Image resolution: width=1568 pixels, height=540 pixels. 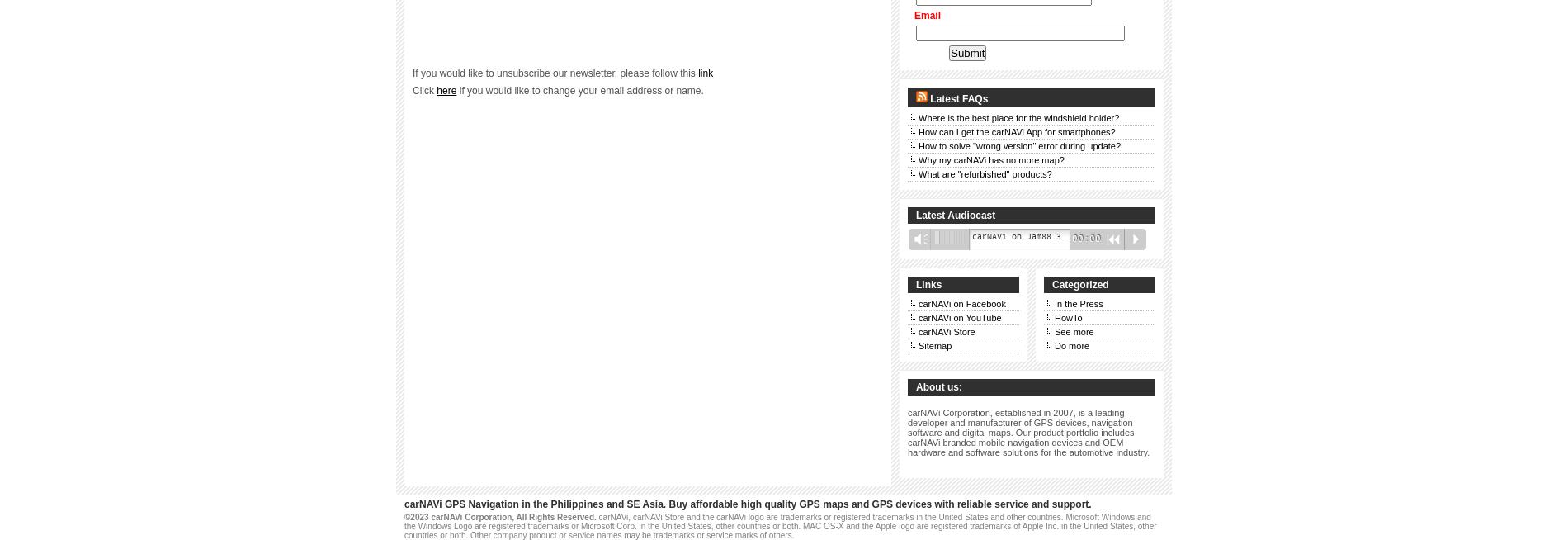 I want to click on 'Click', so click(x=424, y=91).